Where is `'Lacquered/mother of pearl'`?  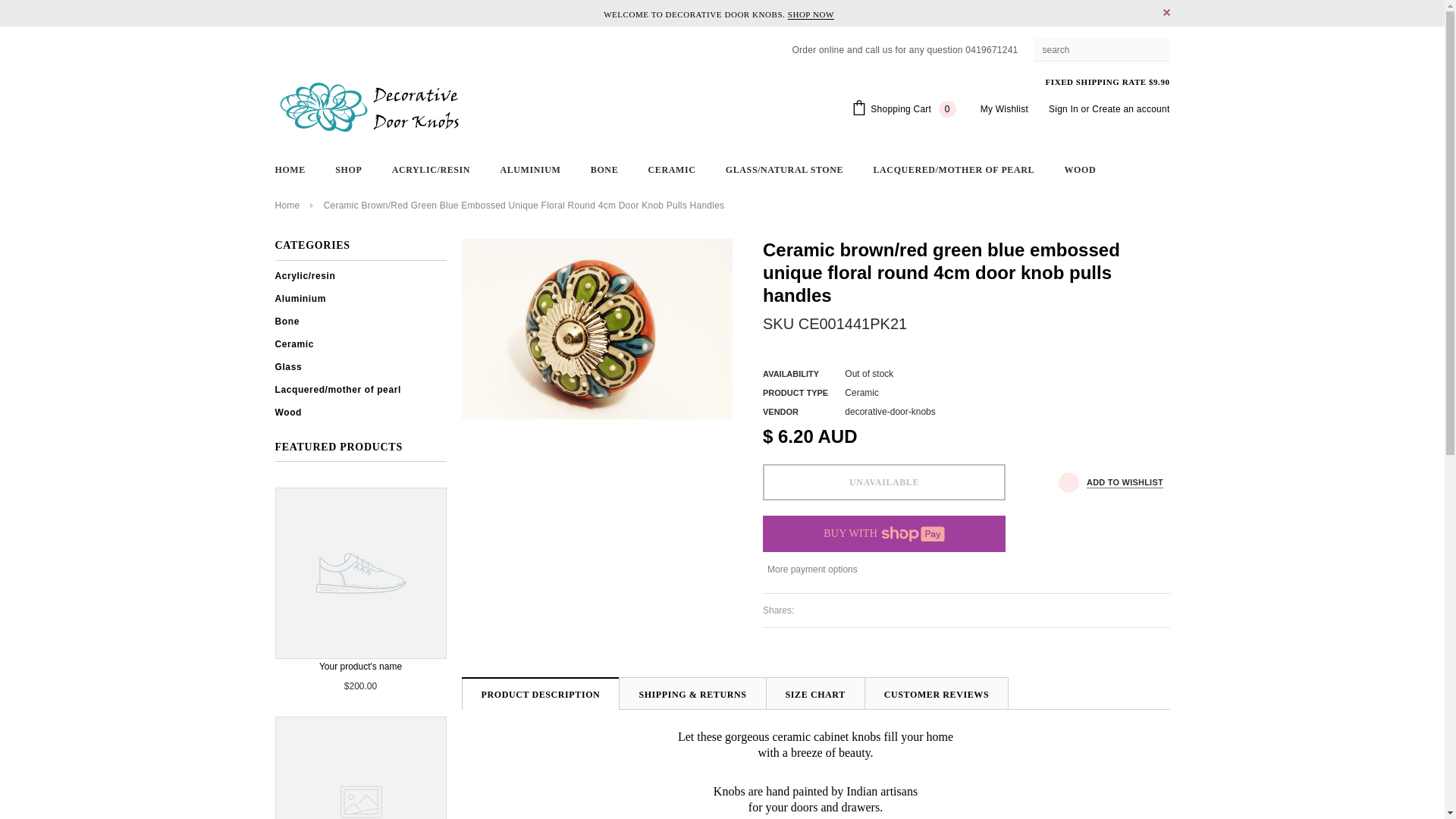
'Lacquered/mother of pearl' is located at coordinates (274, 388).